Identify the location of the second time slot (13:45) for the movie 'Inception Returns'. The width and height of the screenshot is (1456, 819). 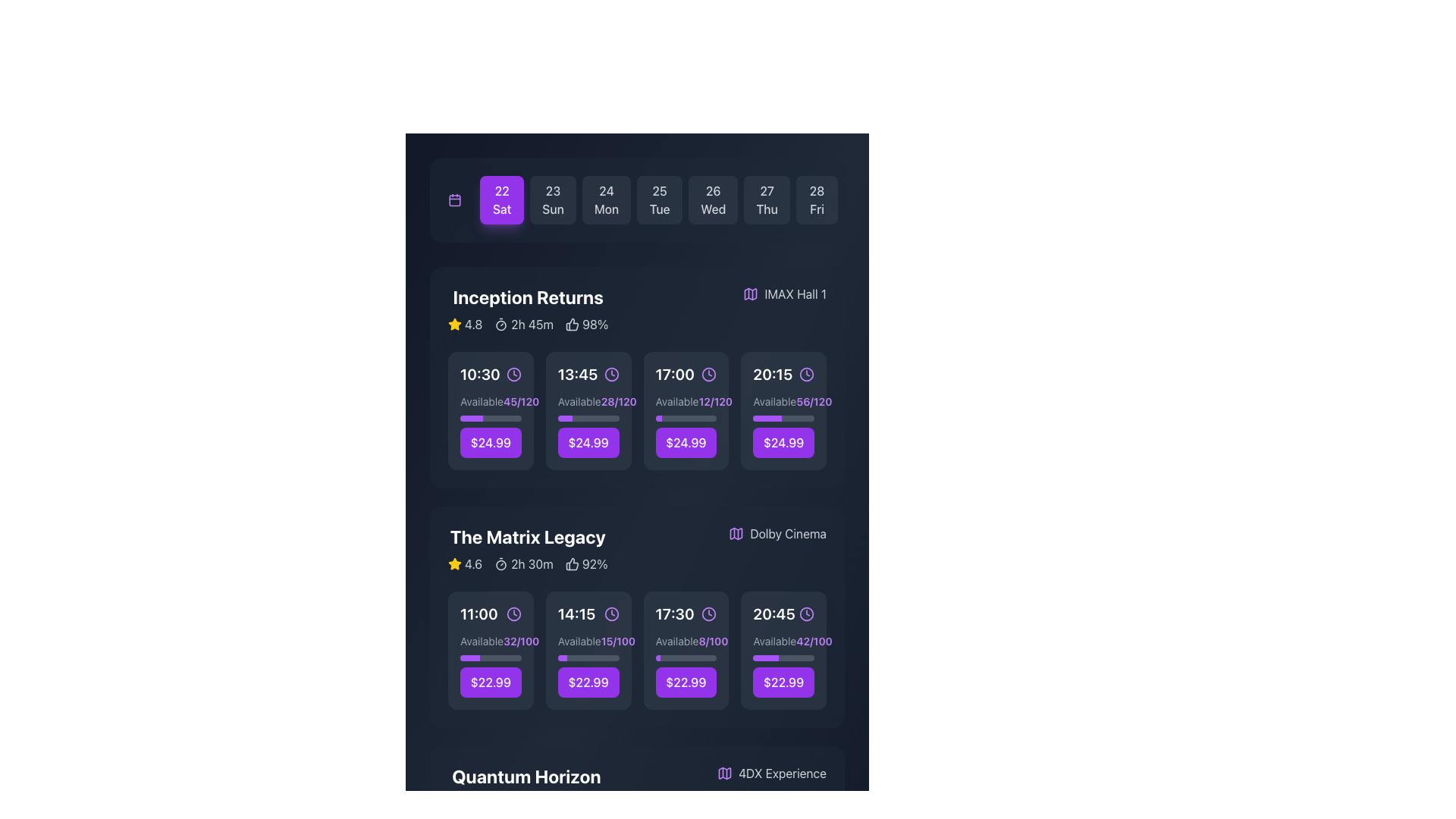
(588, 374).